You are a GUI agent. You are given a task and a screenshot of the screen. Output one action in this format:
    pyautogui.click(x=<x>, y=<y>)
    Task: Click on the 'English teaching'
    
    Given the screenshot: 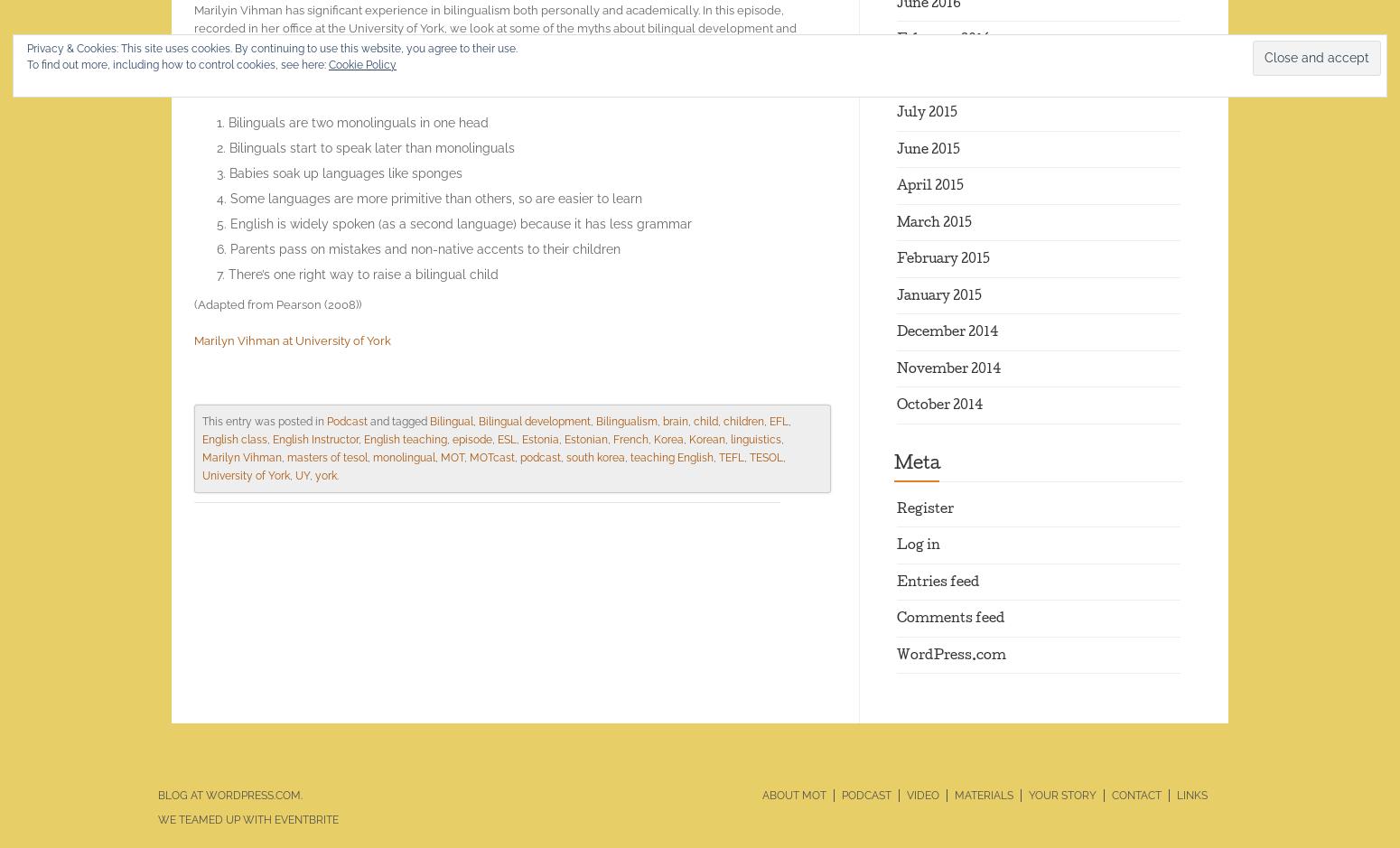 What is the action you would take?
    pyautogui.click(x=406, y=438)
    